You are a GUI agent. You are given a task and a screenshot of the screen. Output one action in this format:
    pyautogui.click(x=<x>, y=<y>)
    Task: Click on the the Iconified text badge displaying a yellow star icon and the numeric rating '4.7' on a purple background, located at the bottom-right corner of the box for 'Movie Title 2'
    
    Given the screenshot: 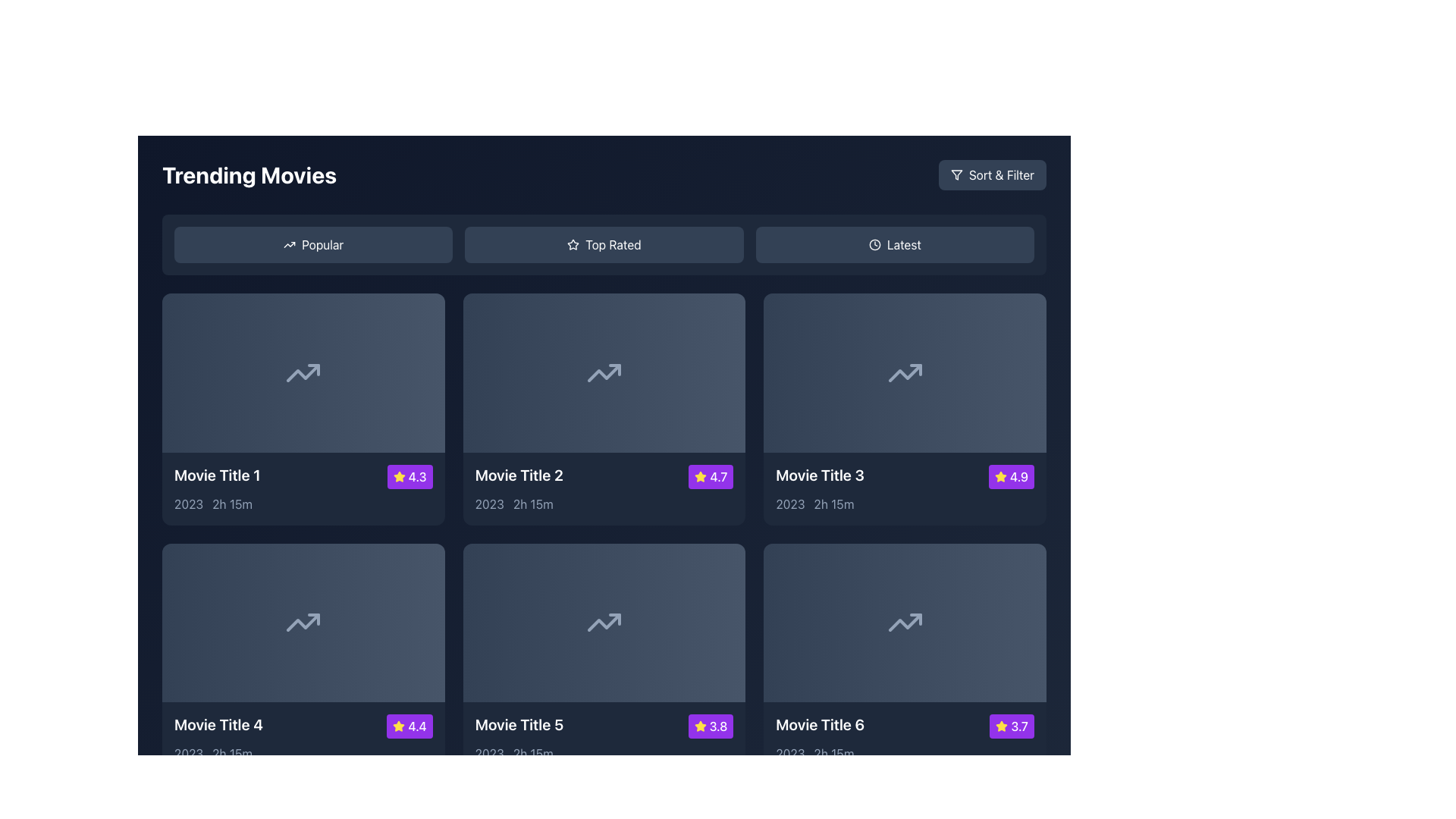 What is the action you would take?
    pyautogui.click(x=710, y=475)
    